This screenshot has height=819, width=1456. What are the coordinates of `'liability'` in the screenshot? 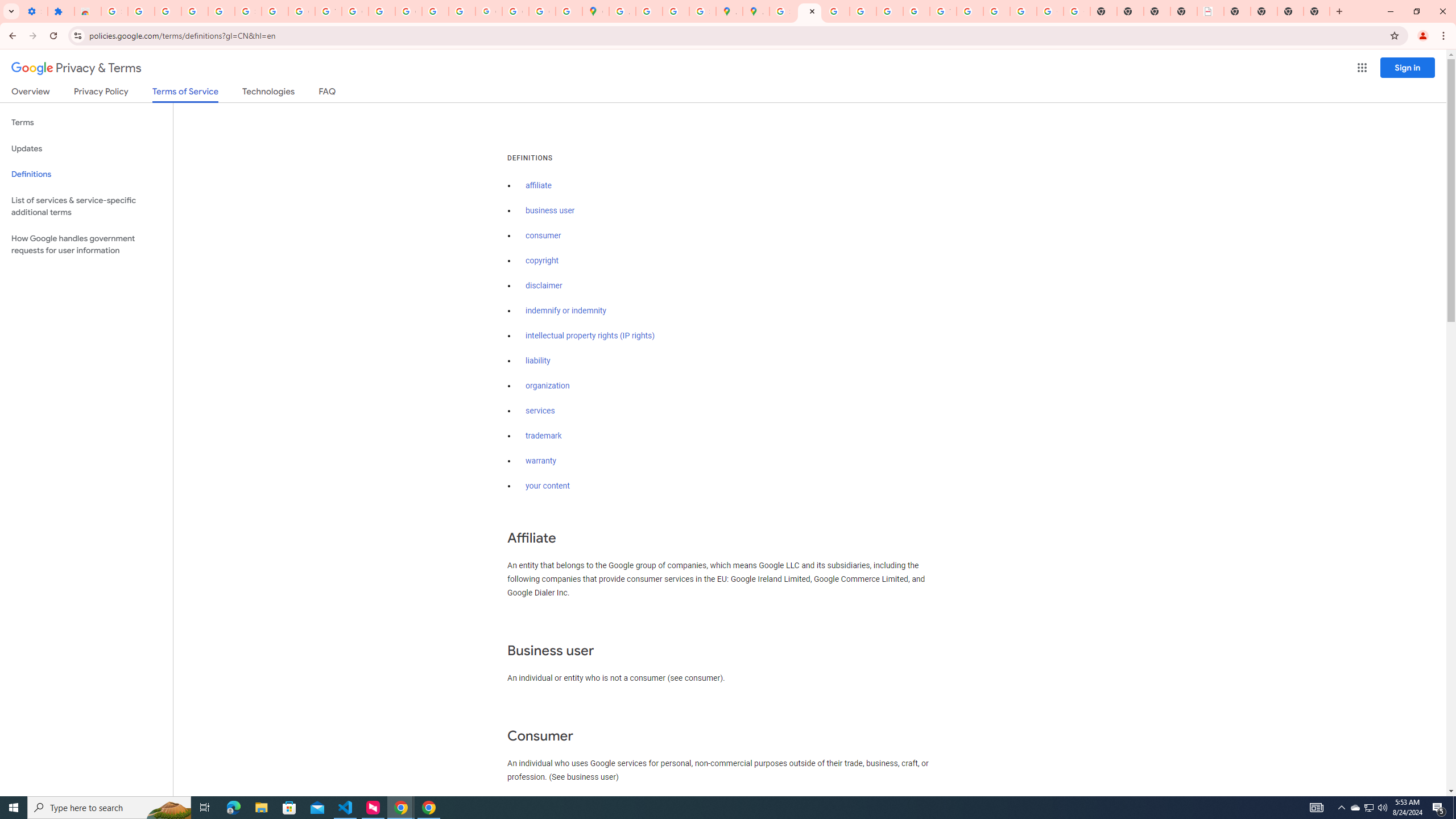 It's located at (537, 361).